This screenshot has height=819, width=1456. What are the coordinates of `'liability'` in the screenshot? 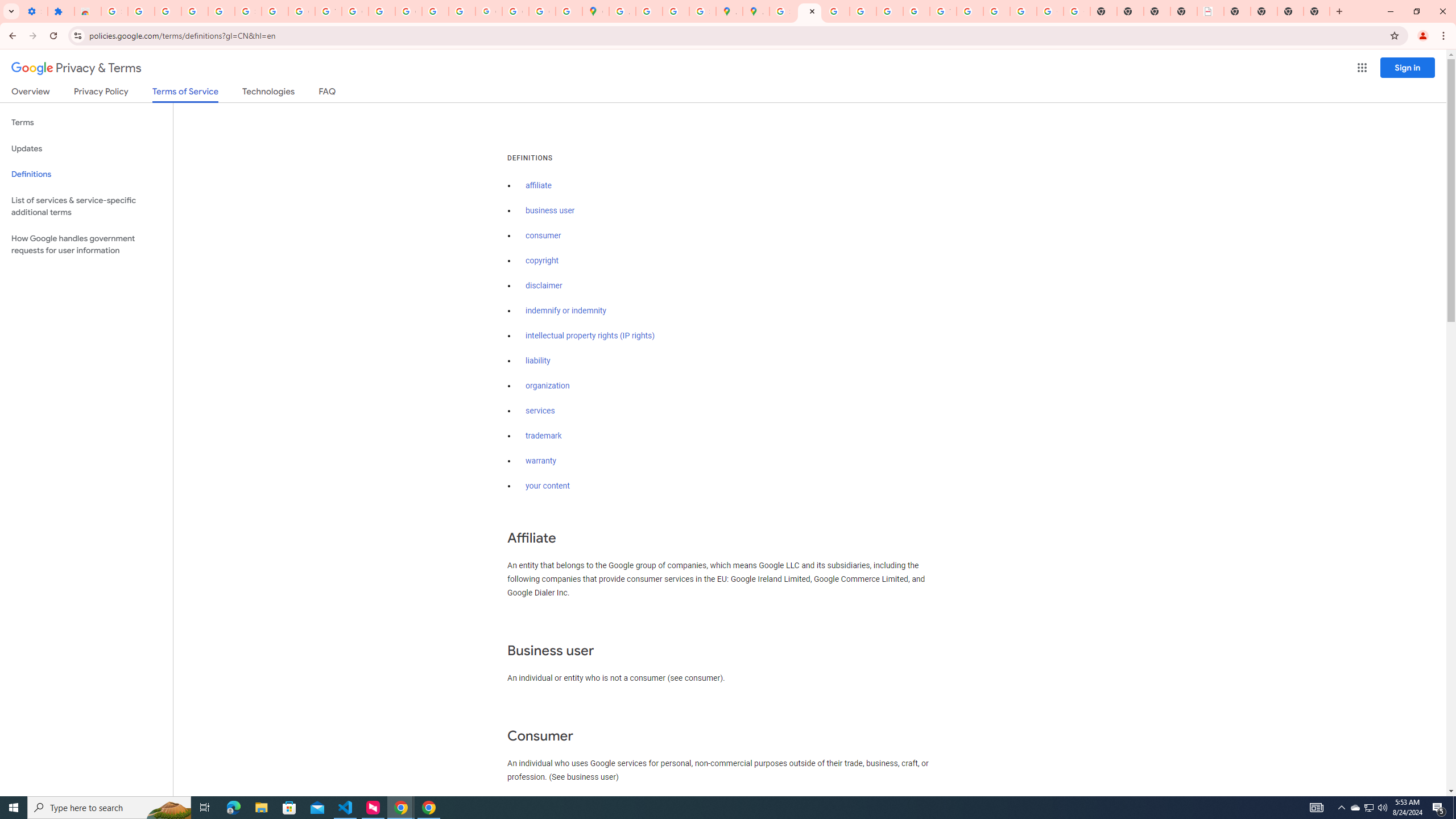 It's located at (537, 361).